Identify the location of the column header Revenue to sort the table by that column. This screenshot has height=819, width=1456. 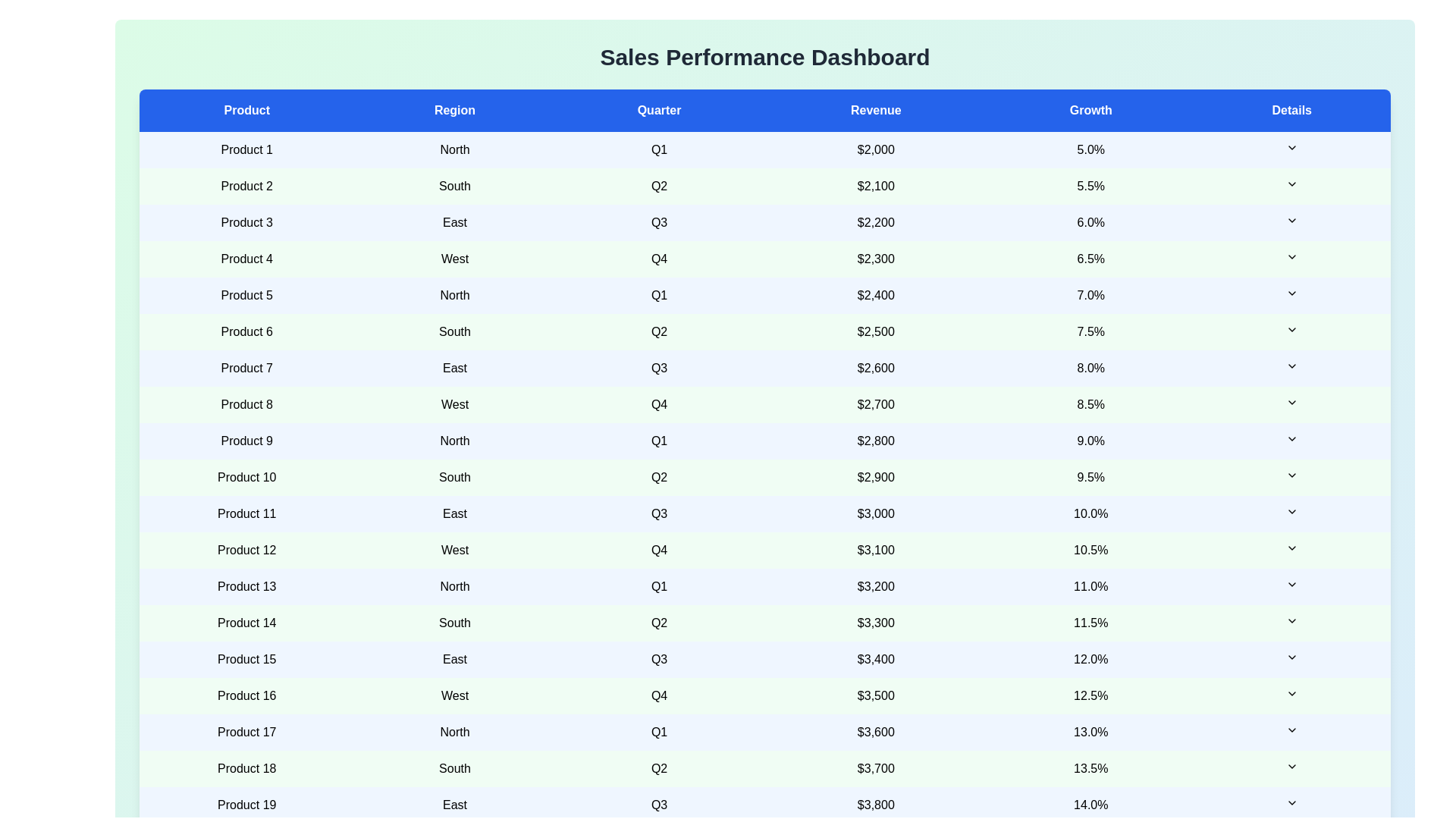
(876, 110).